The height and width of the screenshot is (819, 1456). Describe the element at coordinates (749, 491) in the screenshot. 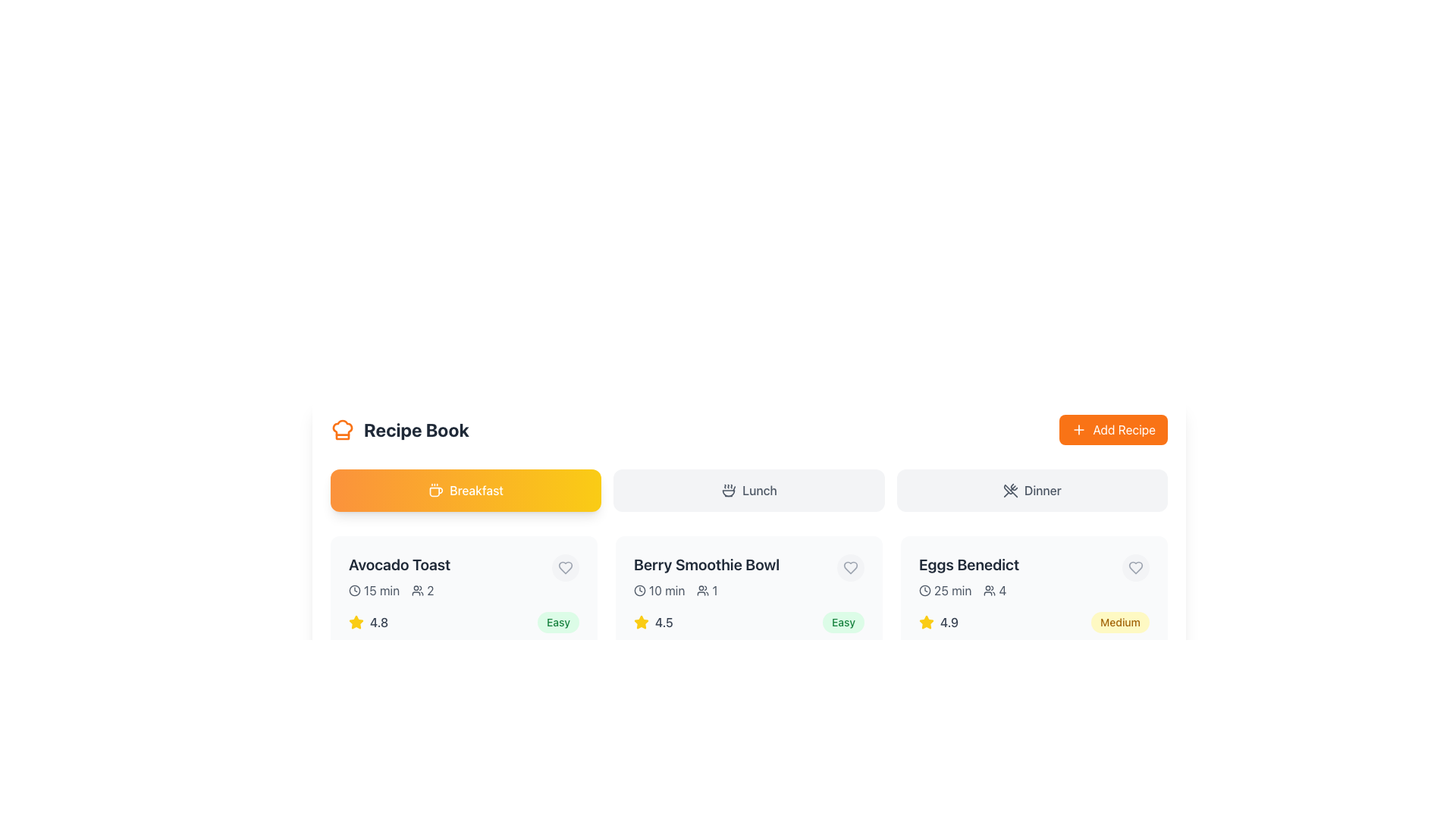

I see `the 'Lunch' category selector button located in the middle of three buttons, between 'Breakfast' and 'Dinner'` at that location.